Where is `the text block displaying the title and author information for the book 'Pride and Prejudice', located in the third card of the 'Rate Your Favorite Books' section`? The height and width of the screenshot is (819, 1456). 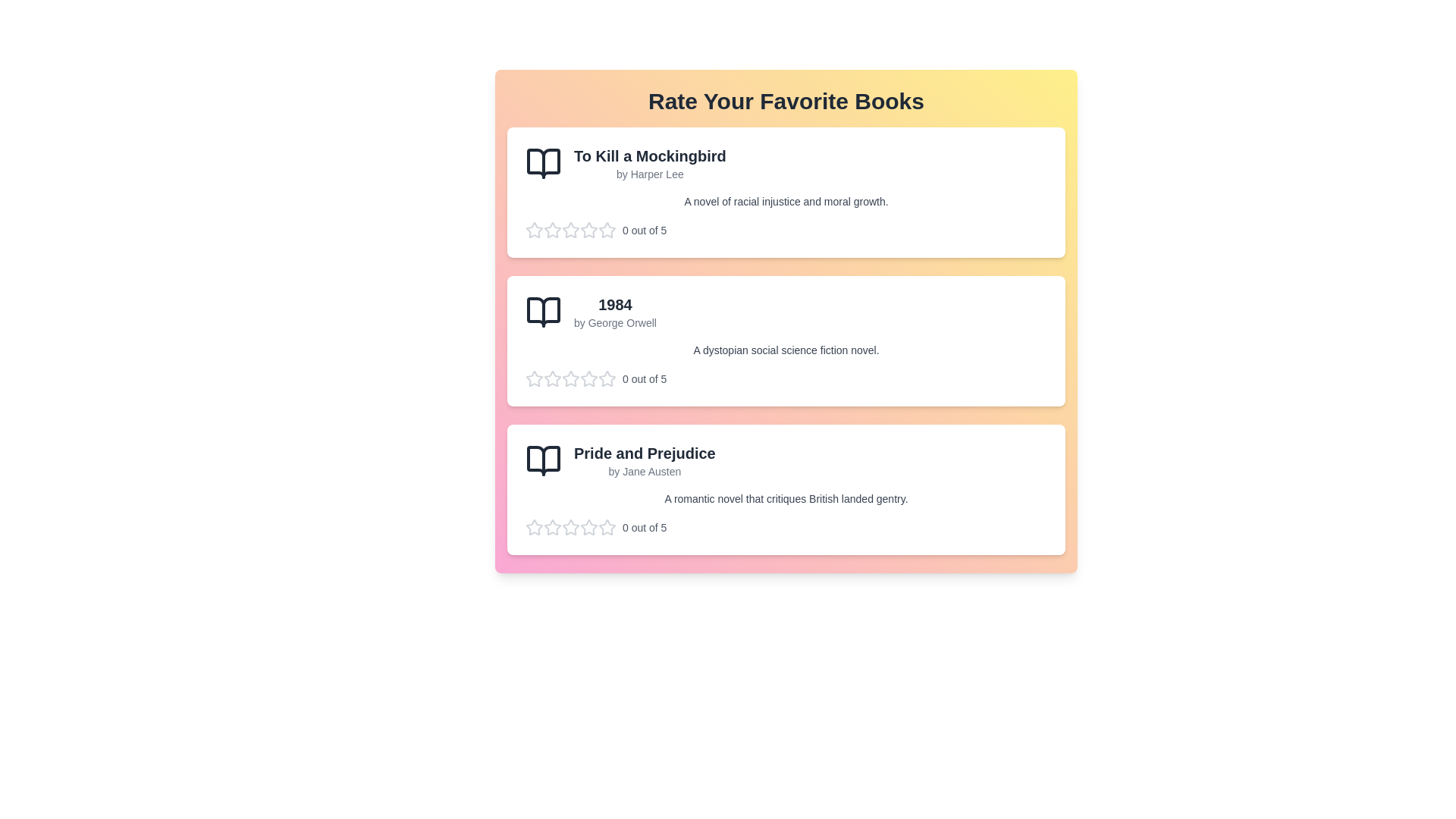
the text block displaying the title and author information for the book 'Pride and Prejudice', located in the third card of the 'Rate Your Favorite Books' section is located at coordinates (645, 460).